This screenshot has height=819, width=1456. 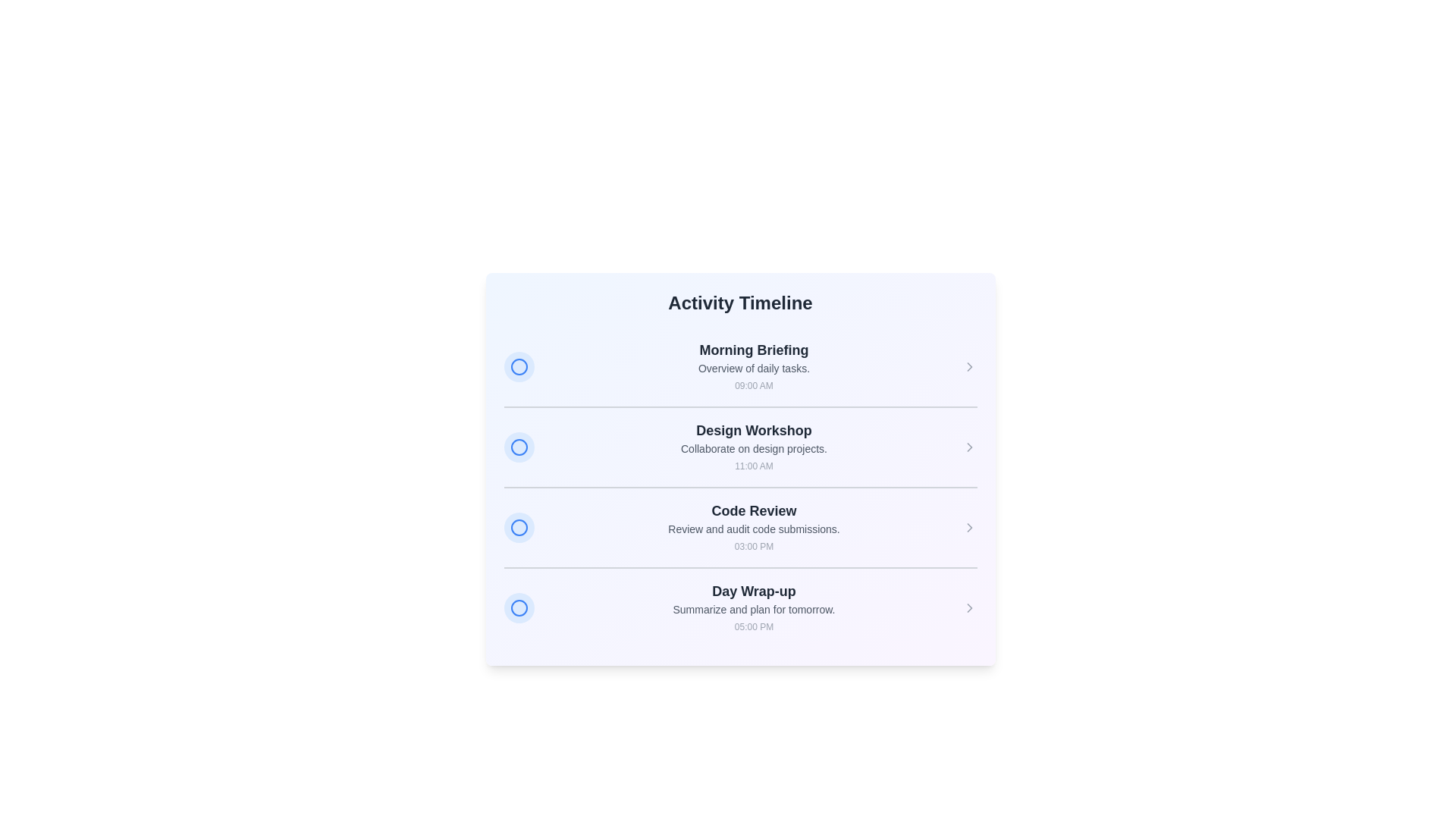 I want to click on the circular blue icon located to the left of the 'Code Review' item in the activity timeline, so click(x=519, y=526).